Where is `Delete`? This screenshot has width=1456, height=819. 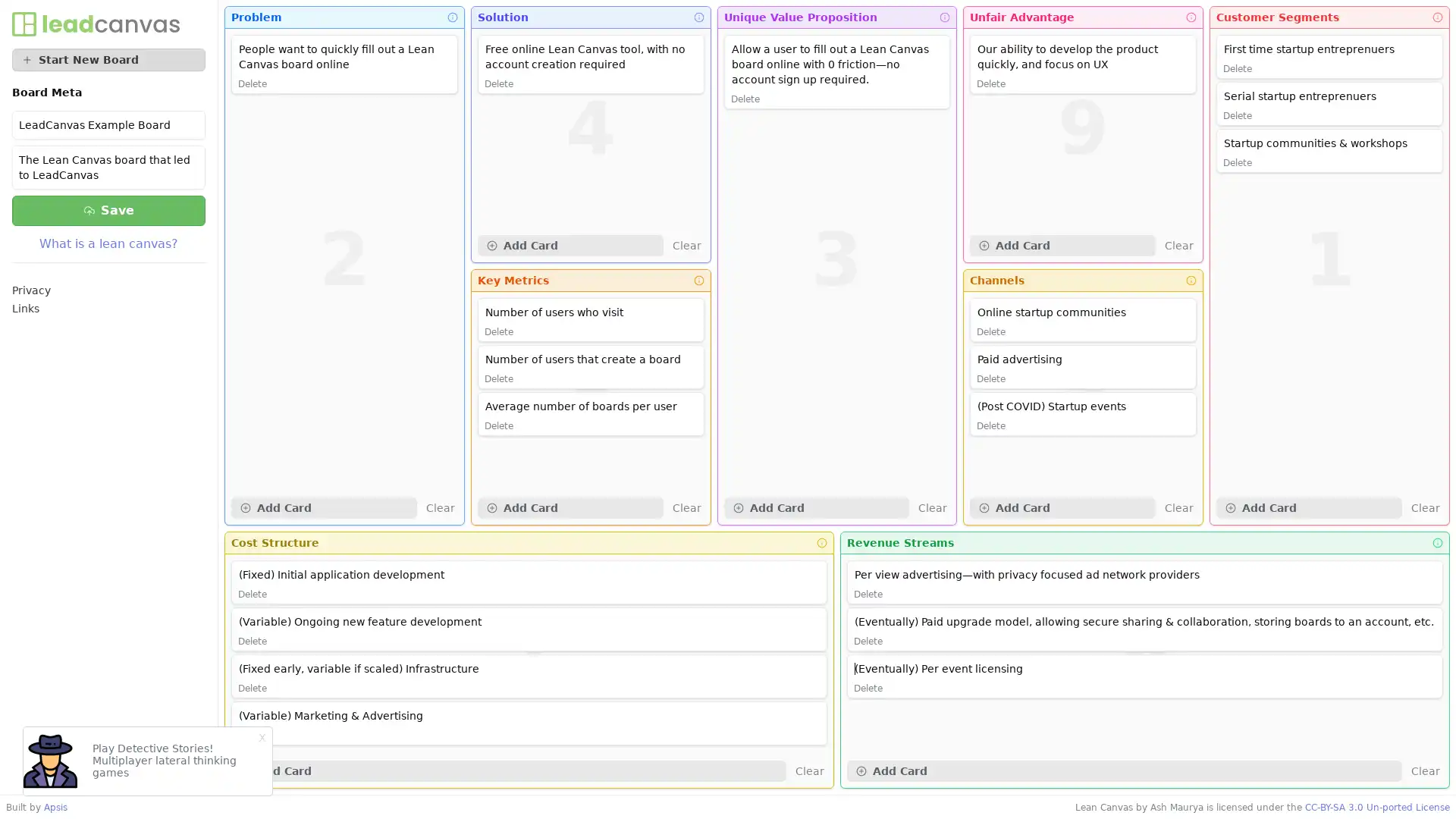
Delete is located at coordinates (252, 593).